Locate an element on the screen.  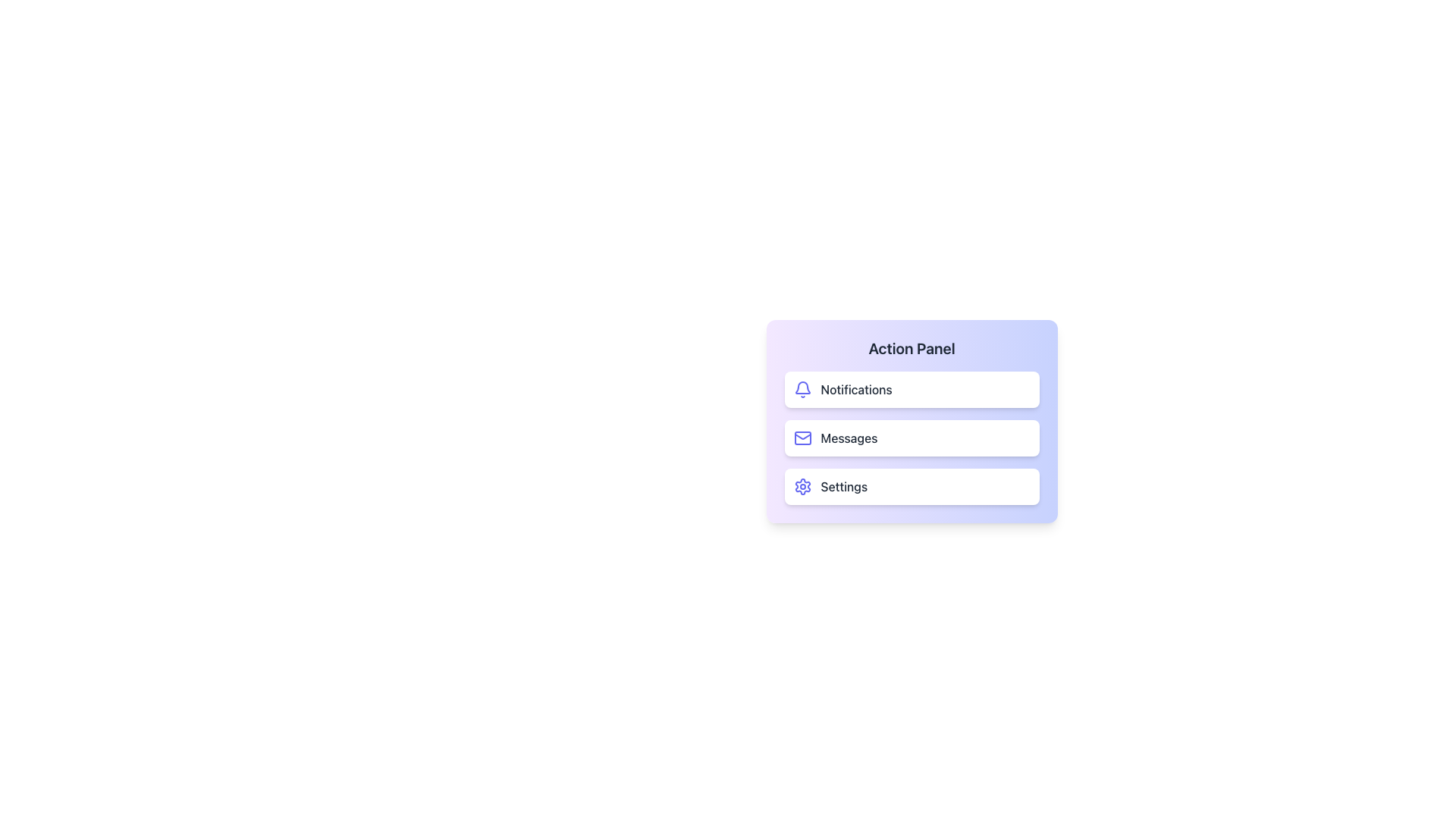
the thin triangular line drawing of the envelope's flap located within the 'Messages' panel of the SVG icon is located at coordinates (802, 436).